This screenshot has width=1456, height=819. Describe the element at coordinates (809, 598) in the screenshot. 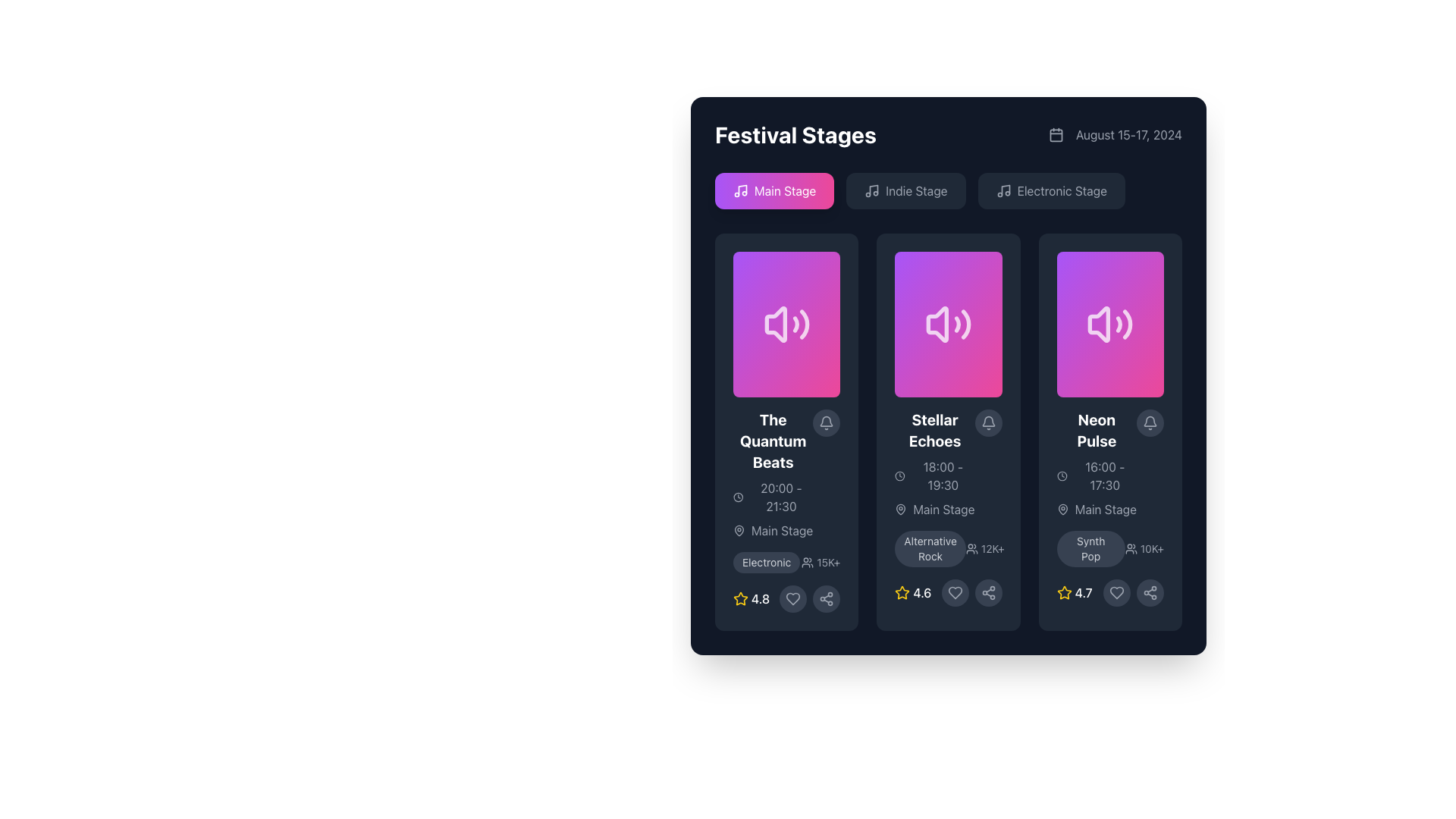

I see `the heart icon to like the content in the card titled 'The Quantum Beats', located at the bottom right adjacent to the rating star component` at that location.